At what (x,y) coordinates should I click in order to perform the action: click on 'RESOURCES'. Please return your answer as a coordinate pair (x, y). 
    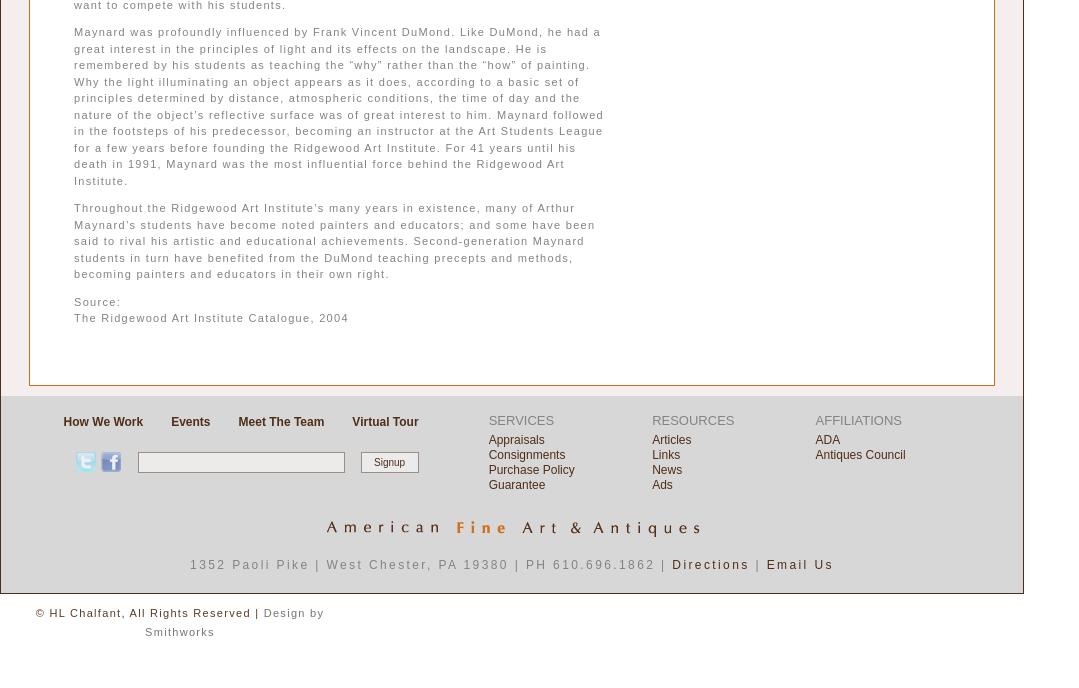
    Looking at the image, I should click on (693, 419).